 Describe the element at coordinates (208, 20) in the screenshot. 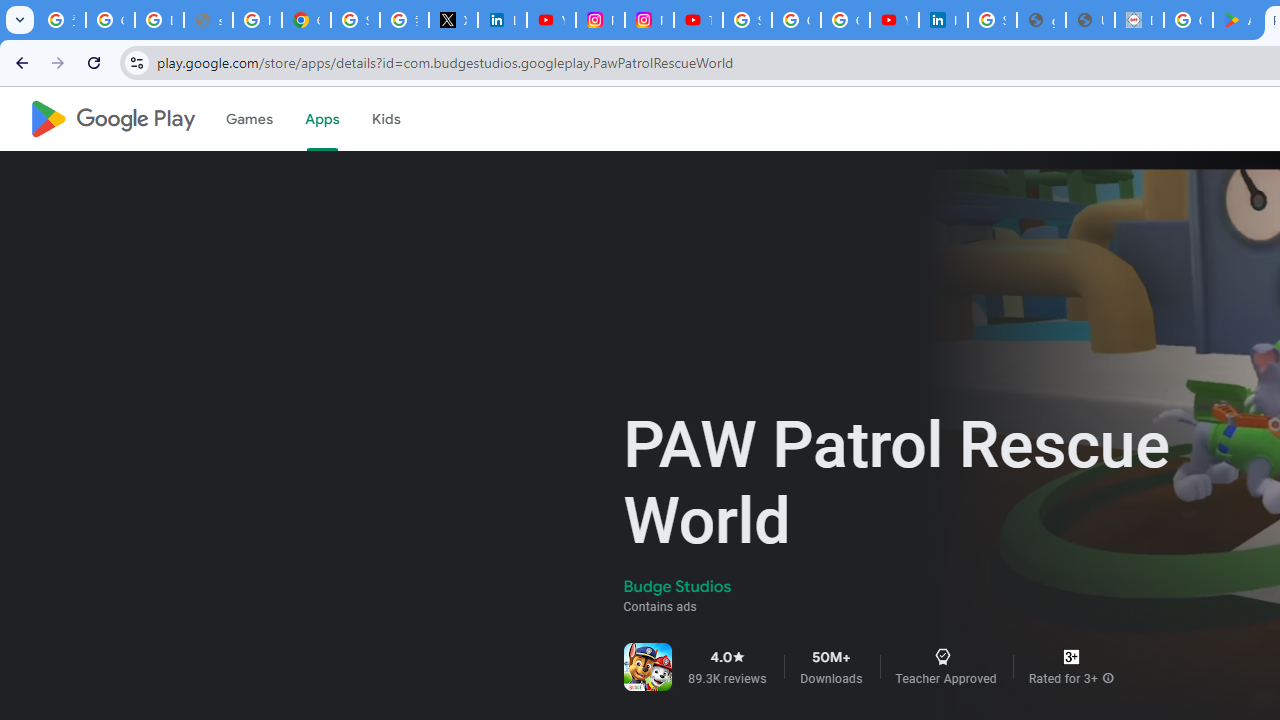

I see `'support.google.com - Network error'` at that location.